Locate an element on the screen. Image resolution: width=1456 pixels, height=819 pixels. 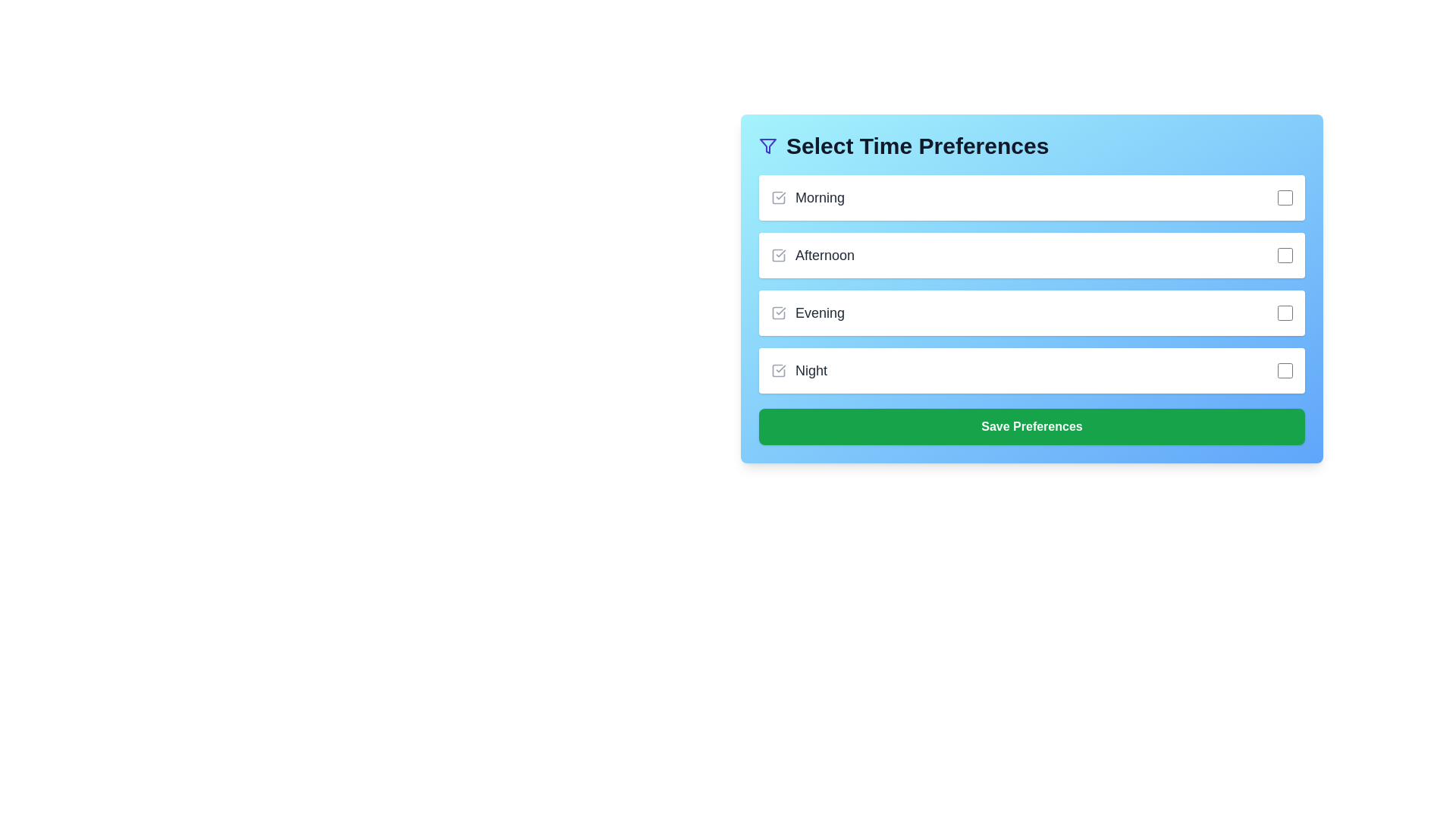
the checkbox associated with the 'Morning' label is located at coordinates (807, 197).